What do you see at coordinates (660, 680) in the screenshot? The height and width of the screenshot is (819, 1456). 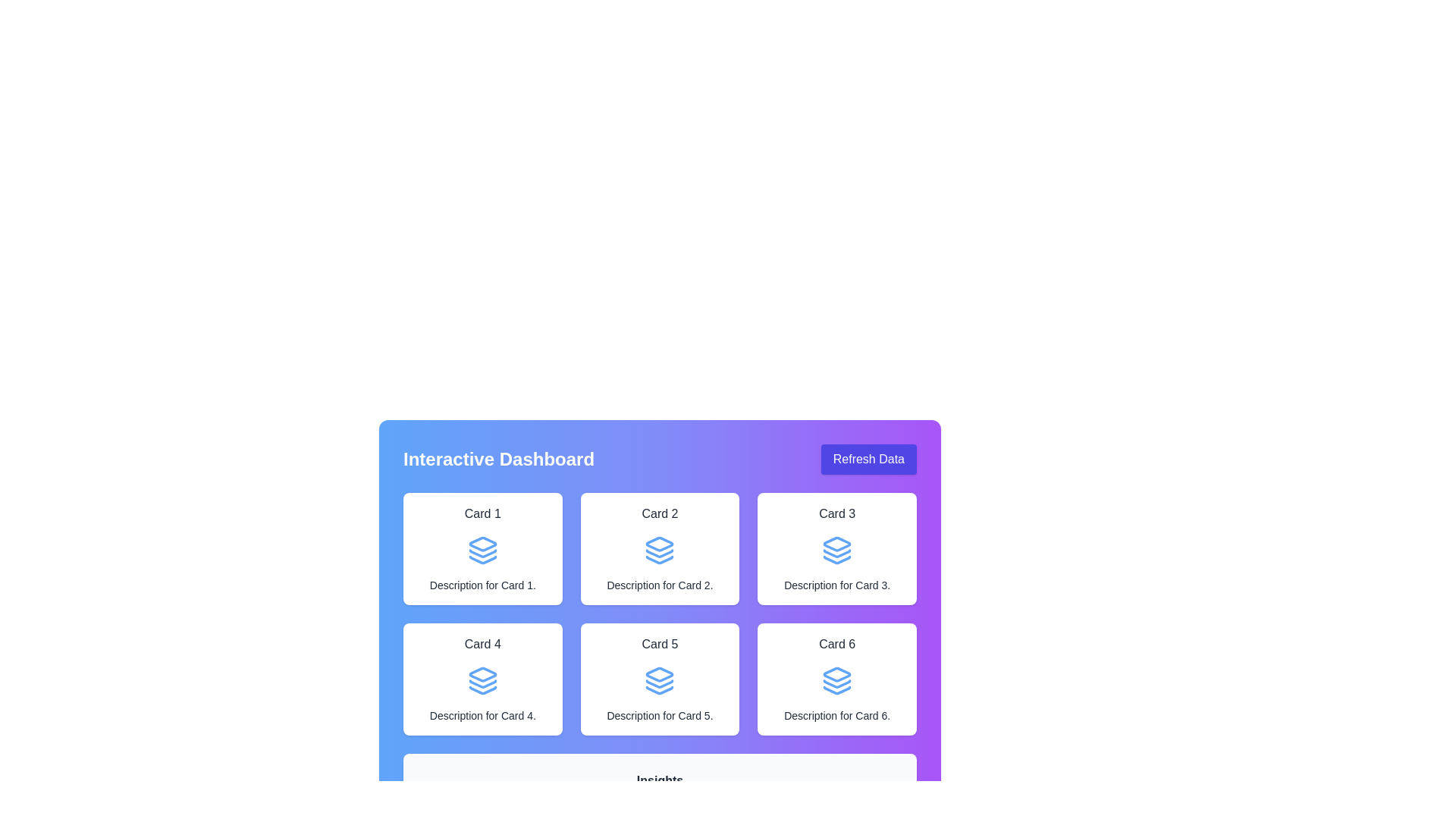 I see `the SVG icon representing the visual layer hierarchy located in the center of 'Card 5' in the second row and second column of the grid` at bounding box center [660, 680].